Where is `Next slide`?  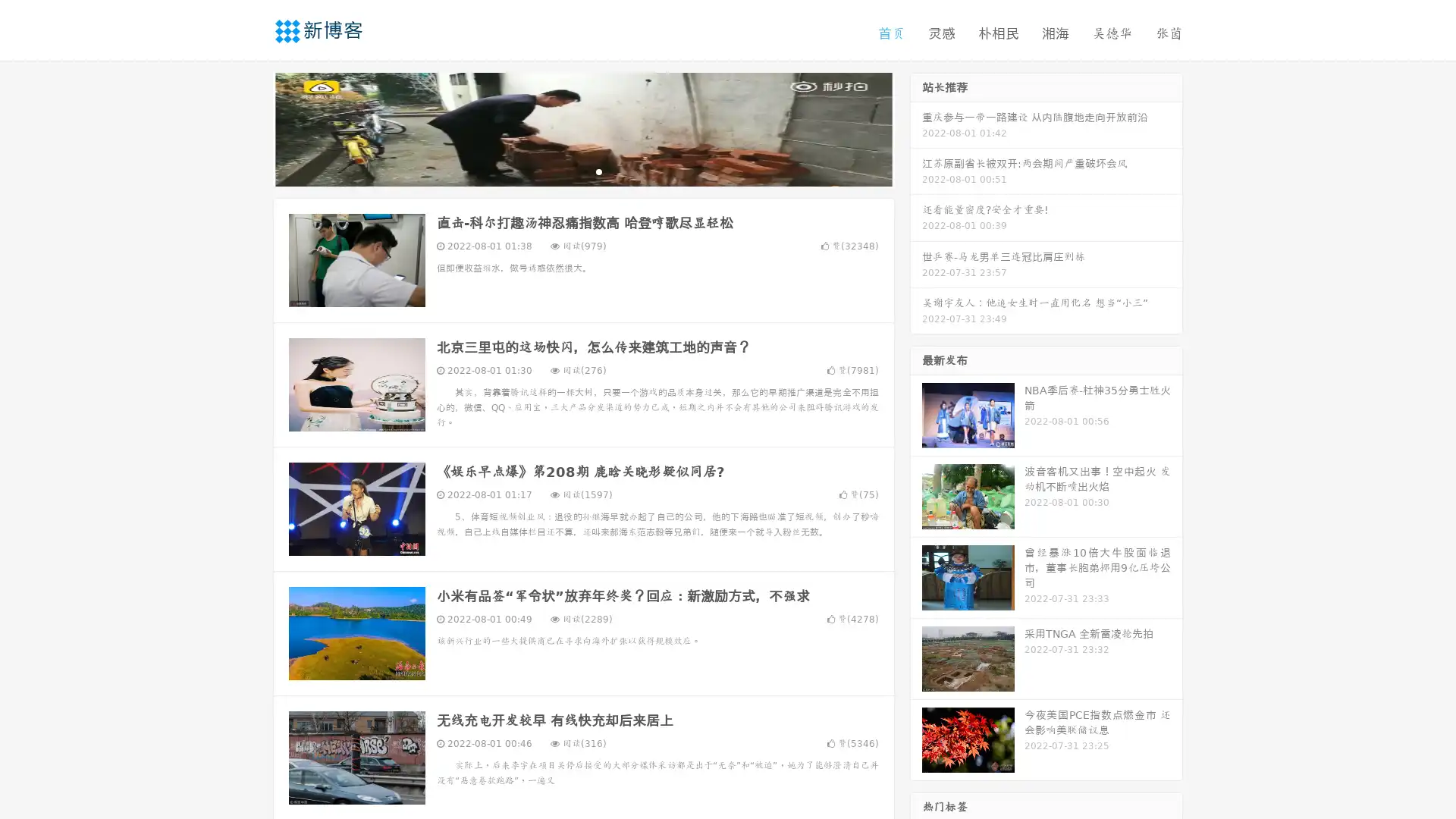
Next slide is located at coordinates (916, 127).